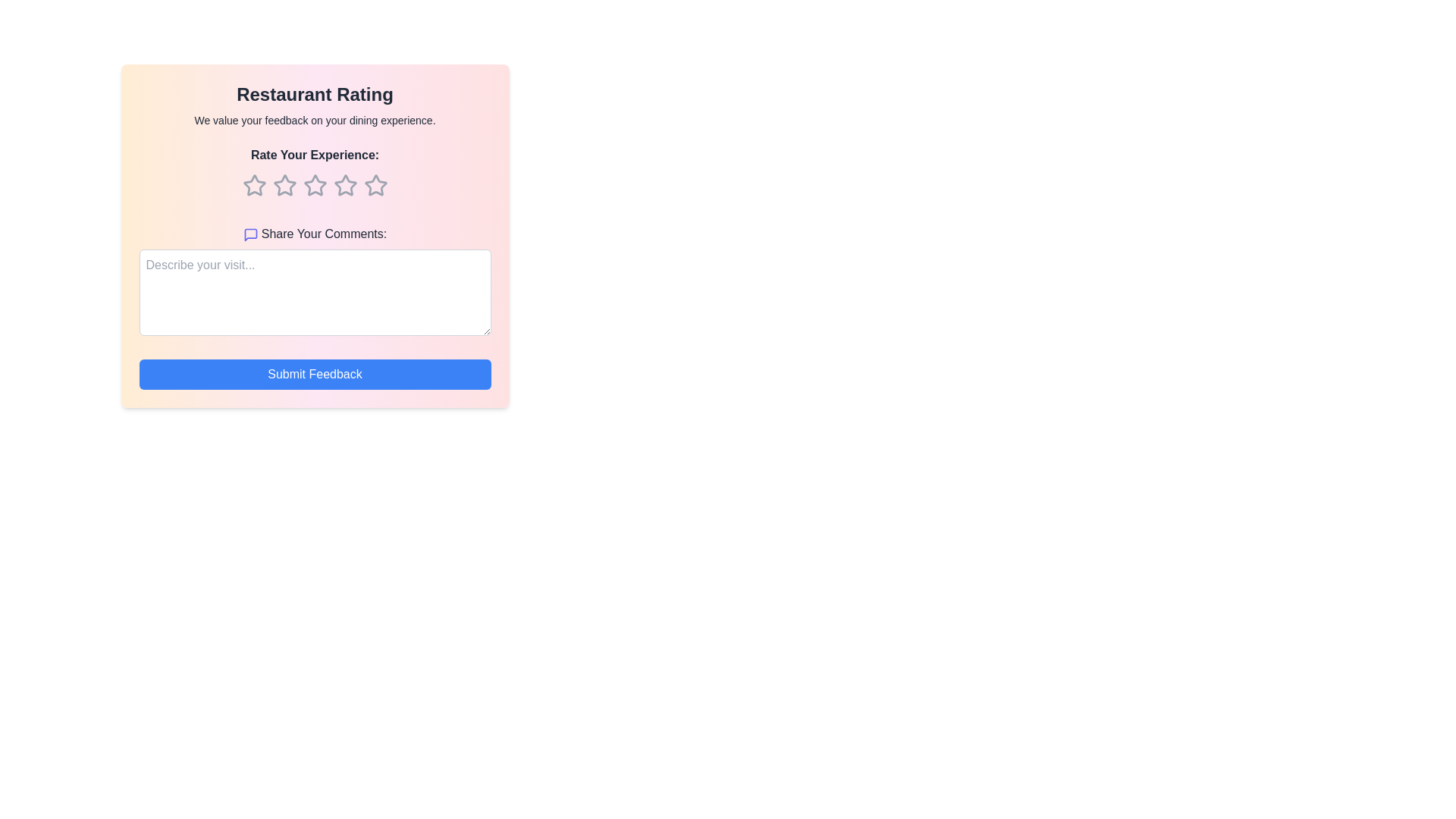 The width and height of the screenshot is (1456, 819). Describe the element at coordinates (254, 184) in the screenshot. I see `the first star-shaped icon with a gray border used for rating under the 'Rate Your Experience' label` at that location.